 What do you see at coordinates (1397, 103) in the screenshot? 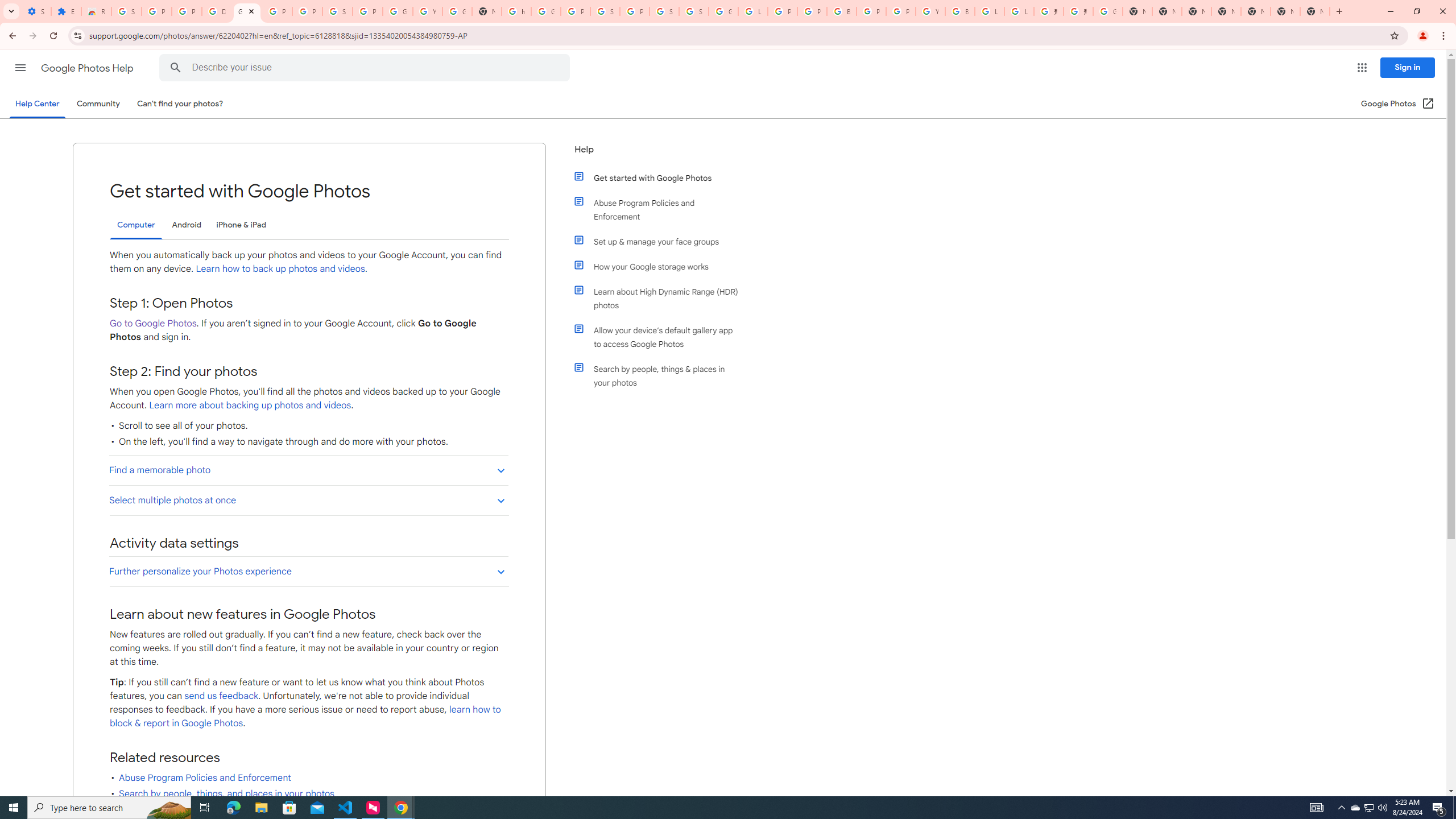
I see `'Google Photos (Open in a new window)'` at bounding box center [1397, 103].